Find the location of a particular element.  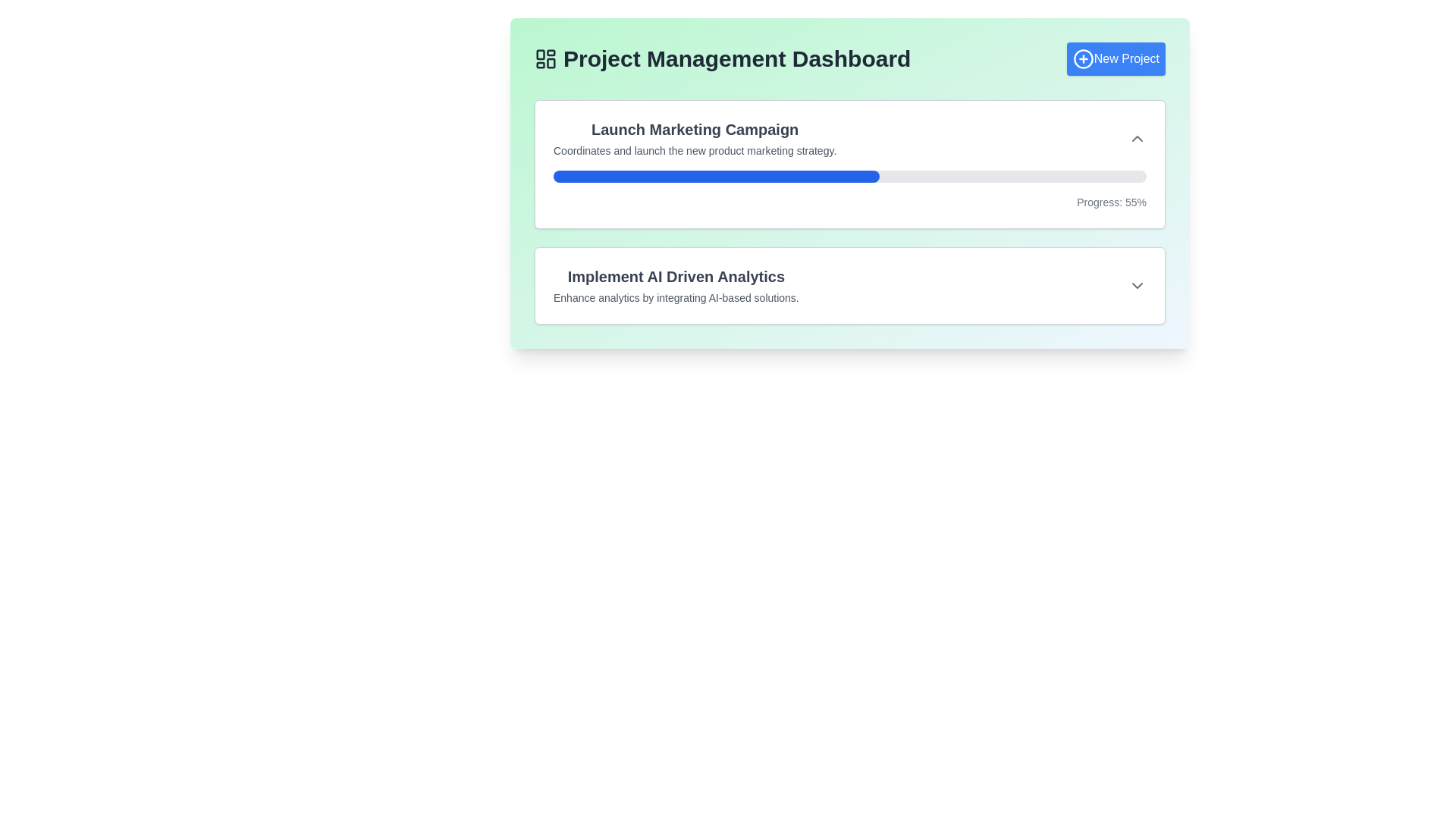

progress is located at coordinates (713, 175).